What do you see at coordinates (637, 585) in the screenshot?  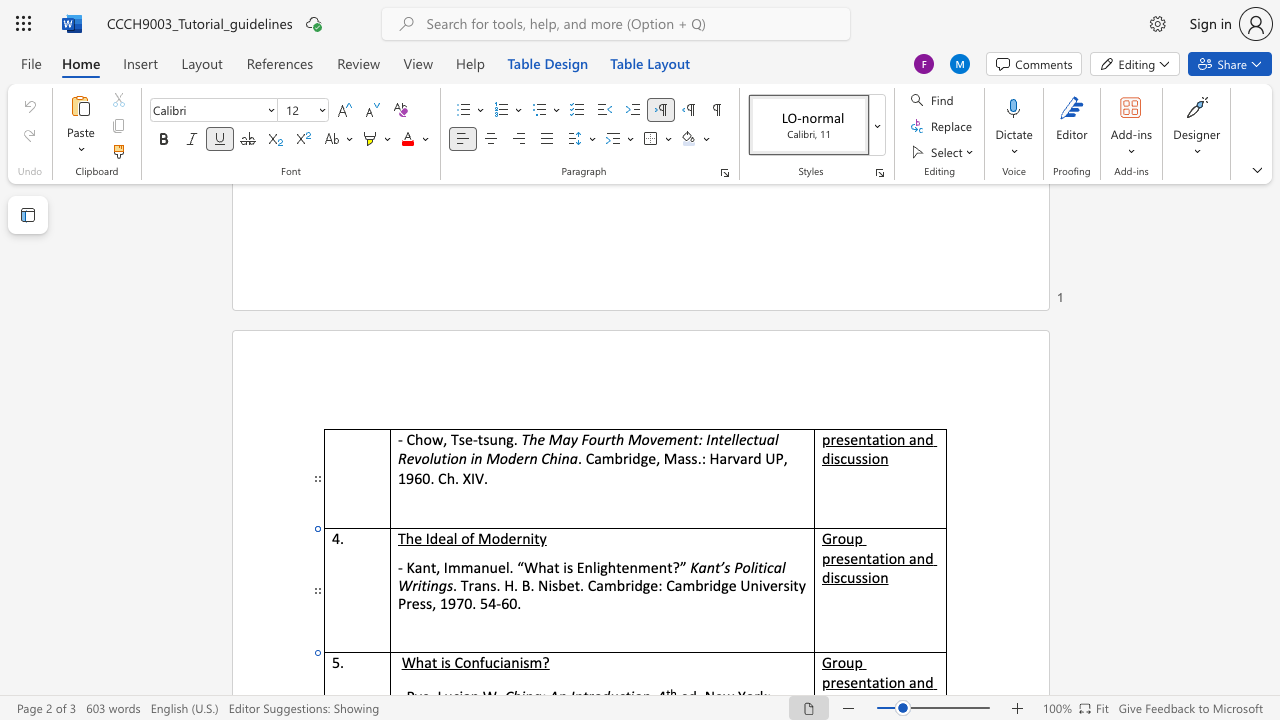 I see `the 1th character "d" in the text` at bounding box center [637, 585].